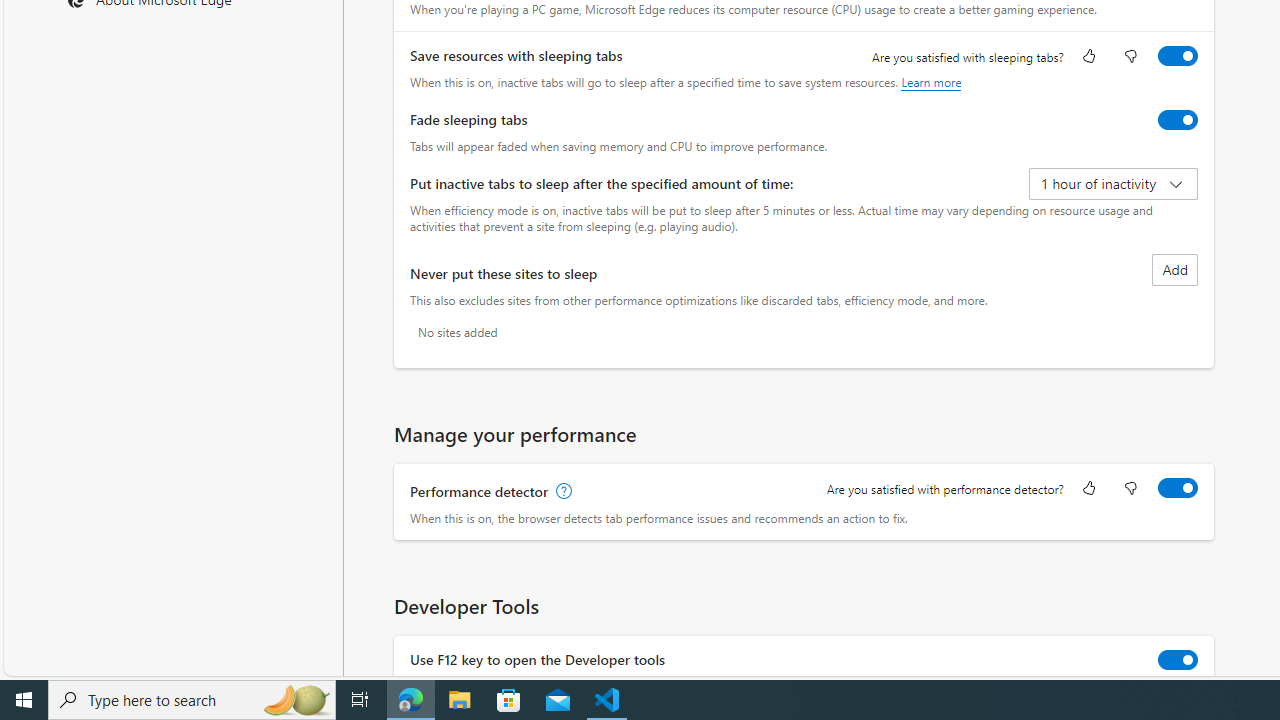  What do you see at coordinates (1178, 488) in the screenshot?
I see `'Performance detector'` at bounding box center [1178, 488].